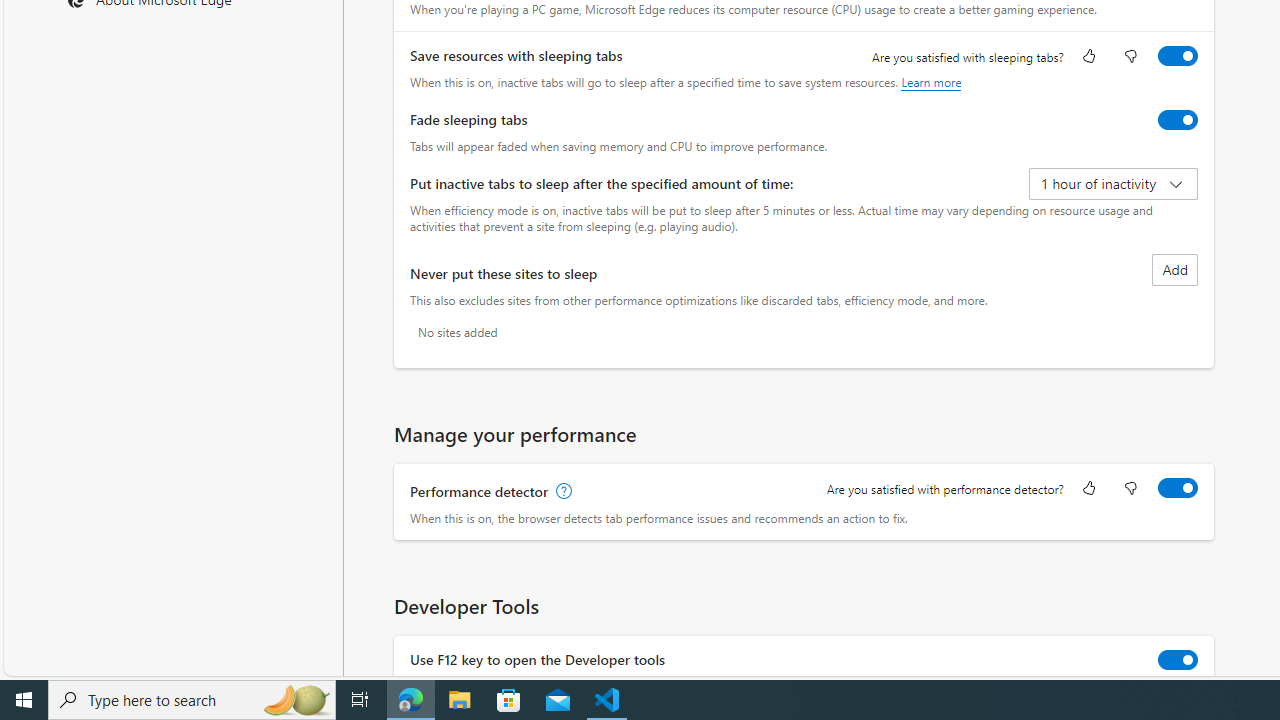  What do you see at coordinates (1178, 488) in the screenshot?
I see `'Performance detector'` at bounding box center [1178, 488].